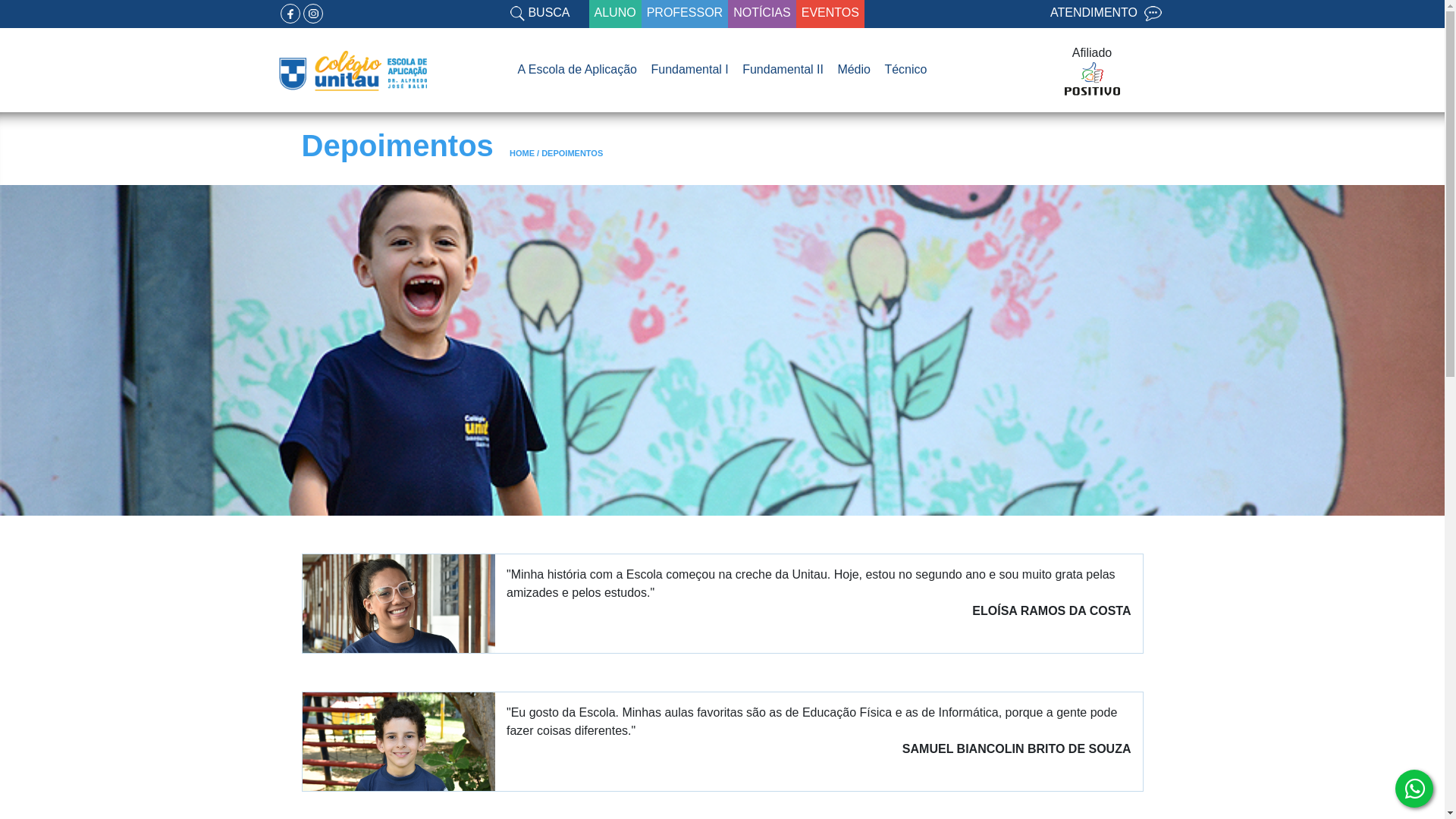 This screenshot has height=819, width=1456. Describe the element at coordinates (312, 14) in the screenshot. I see `'Instagram'` at that location.